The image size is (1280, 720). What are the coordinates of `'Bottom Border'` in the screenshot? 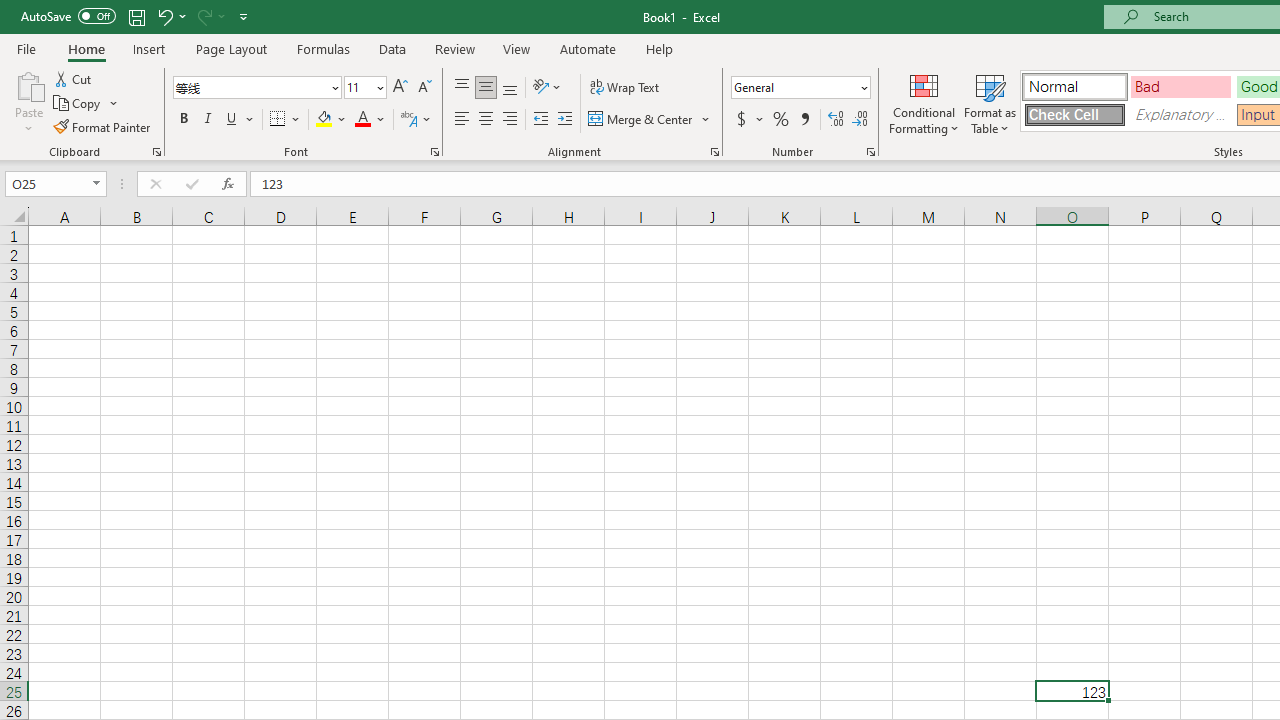 It's located at (277, 119).